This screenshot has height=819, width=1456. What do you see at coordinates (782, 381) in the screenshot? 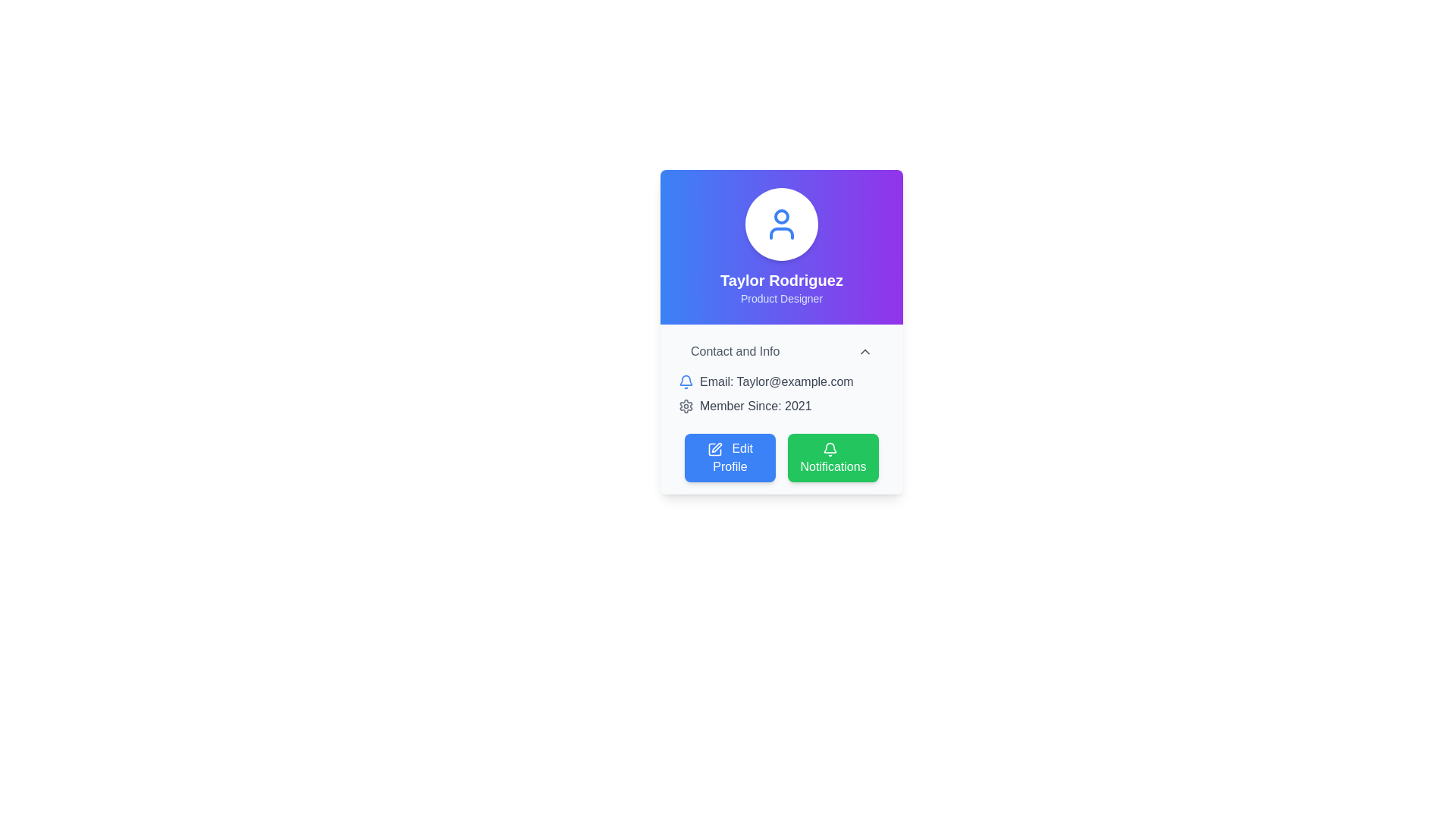
I see `the email text display showing 'Email: Taylor@example.com' to copy it` at bounding box center [782, 381].